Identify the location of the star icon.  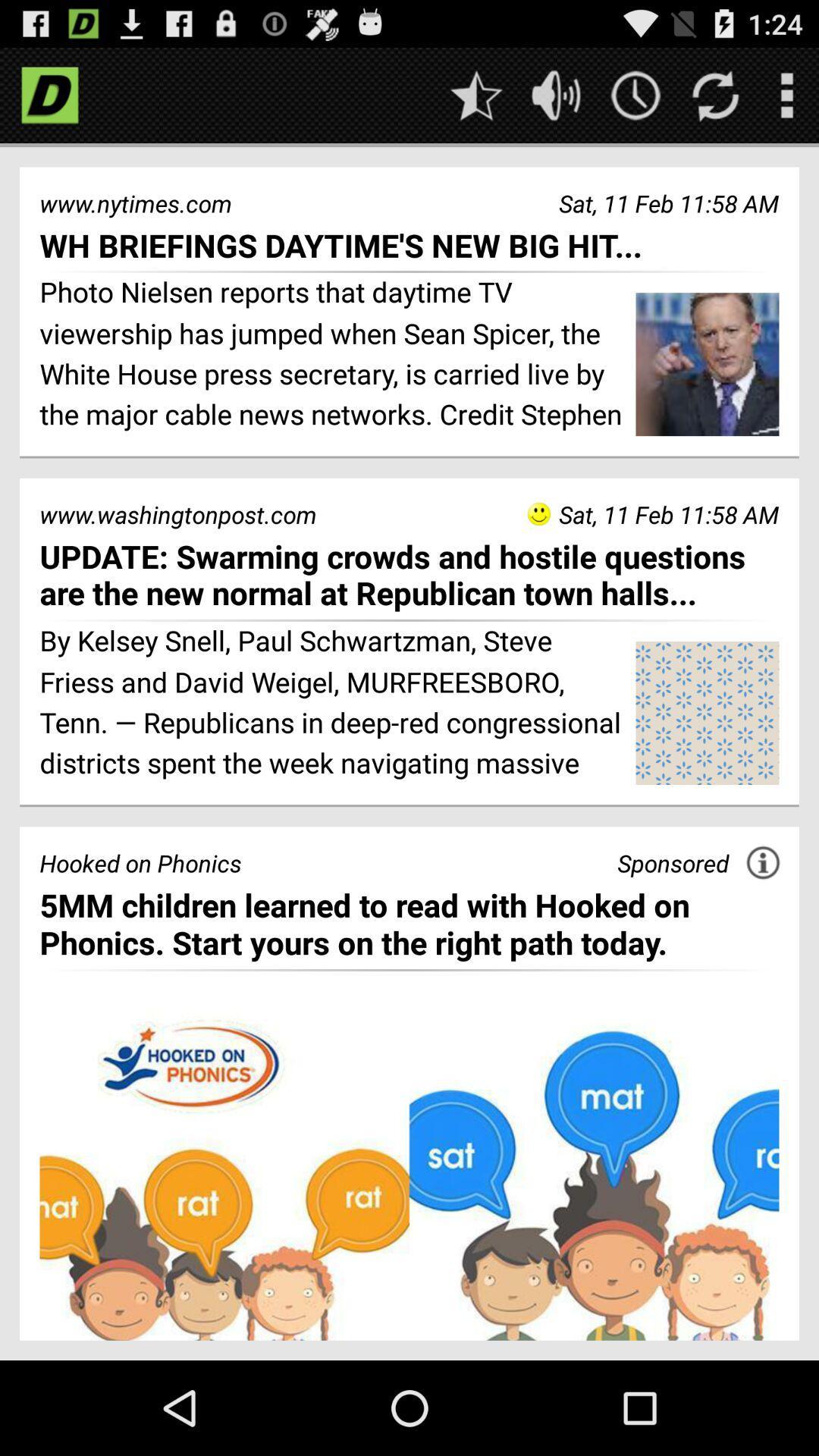
(475, 101).